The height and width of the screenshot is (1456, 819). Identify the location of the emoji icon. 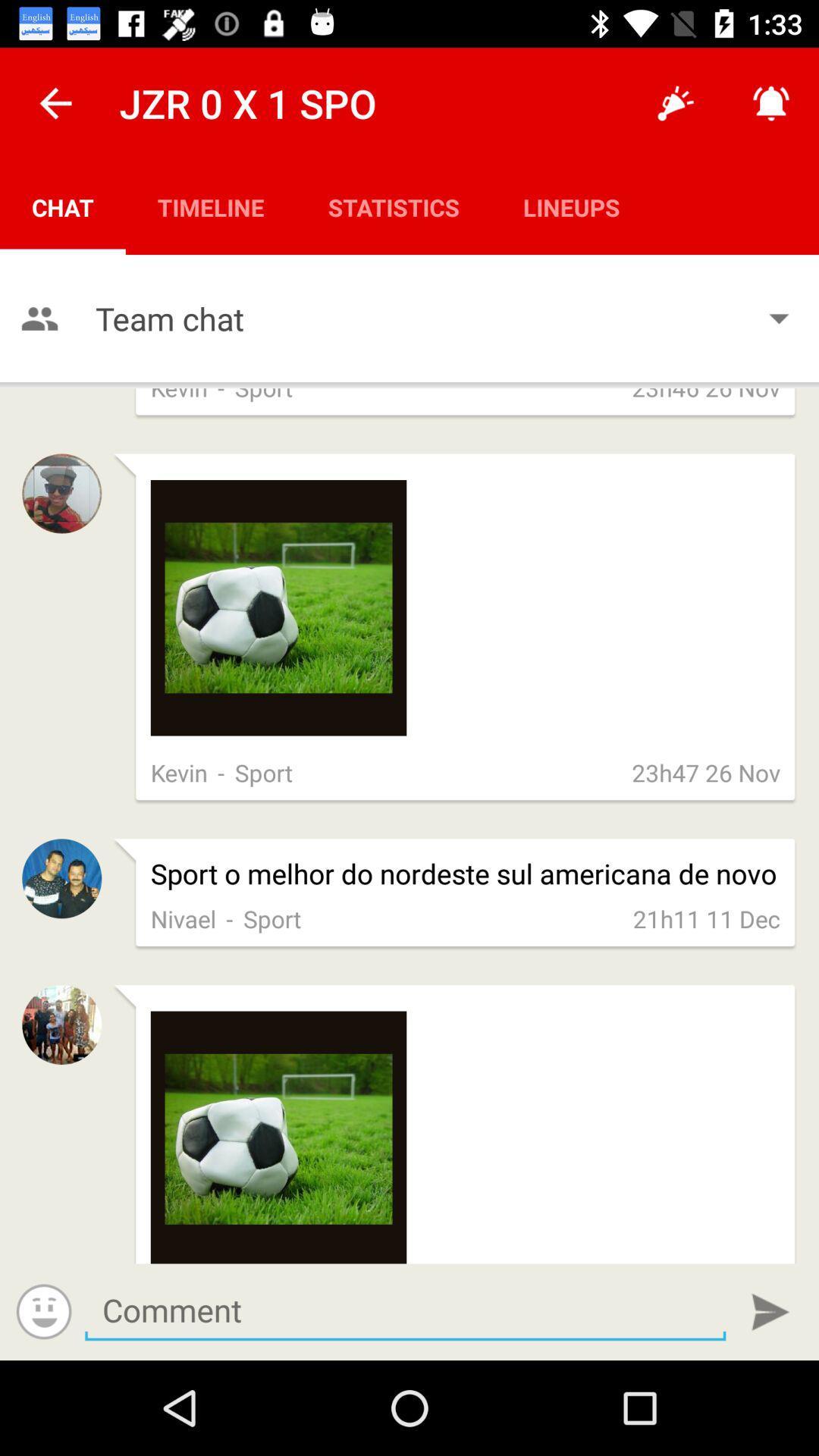
(43, 1310).